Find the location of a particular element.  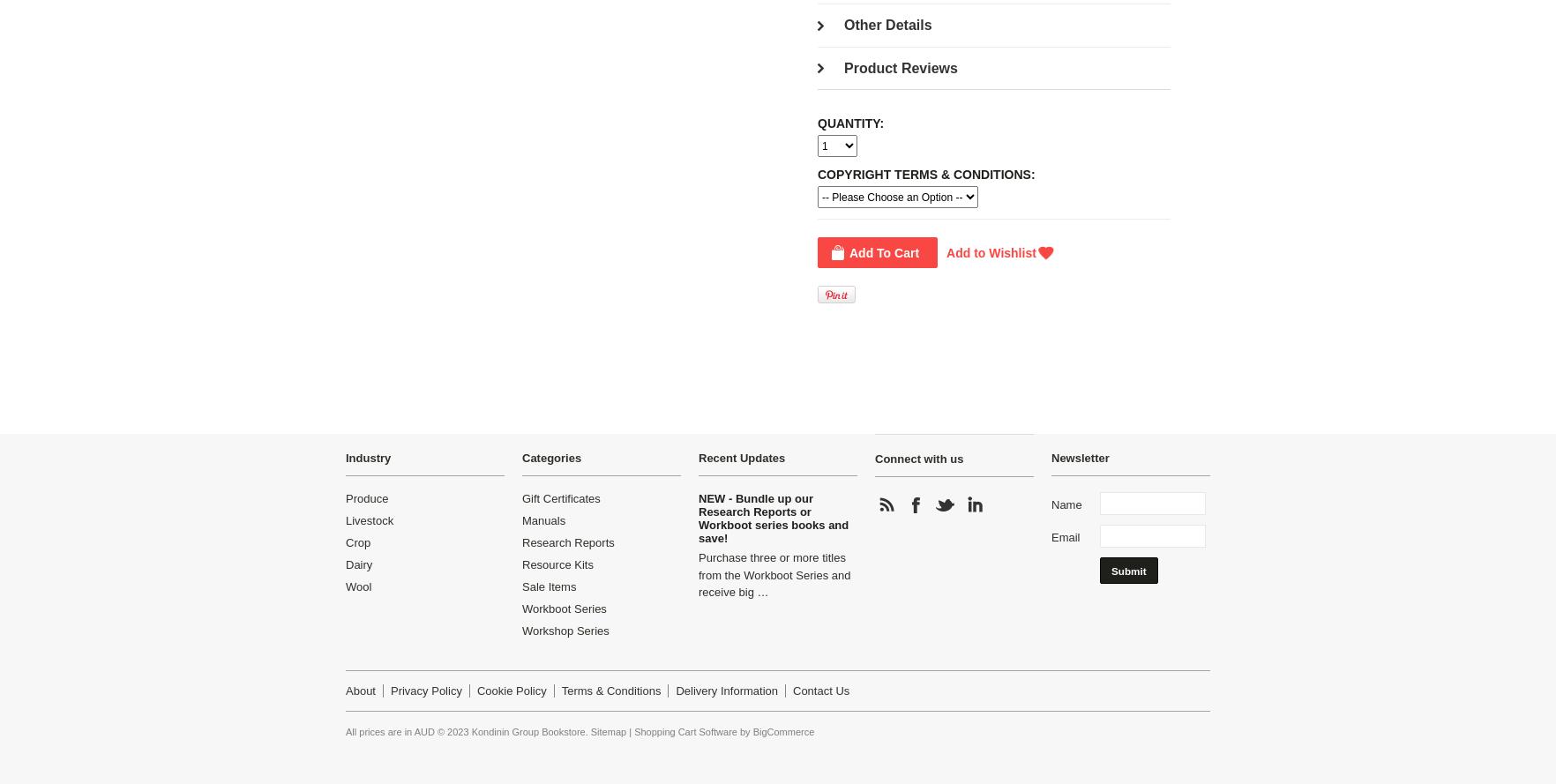

'|' is located at coordinates (626, 730).